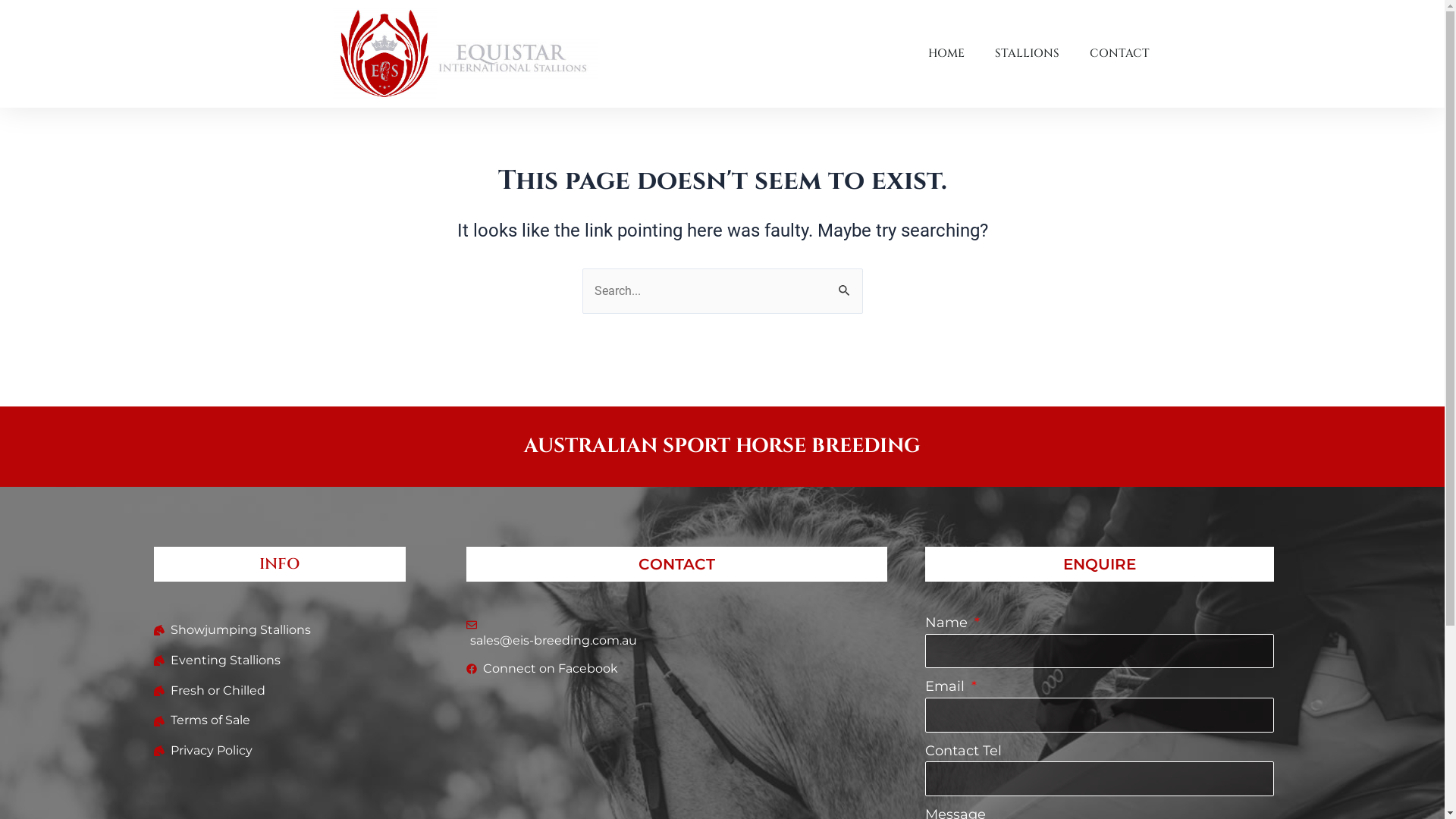 This screenshot has width=1456, height=819. What do you see at coordinates (844, 284) in the screenshot?
I see `'Search'` at bounding box center [844, 284].